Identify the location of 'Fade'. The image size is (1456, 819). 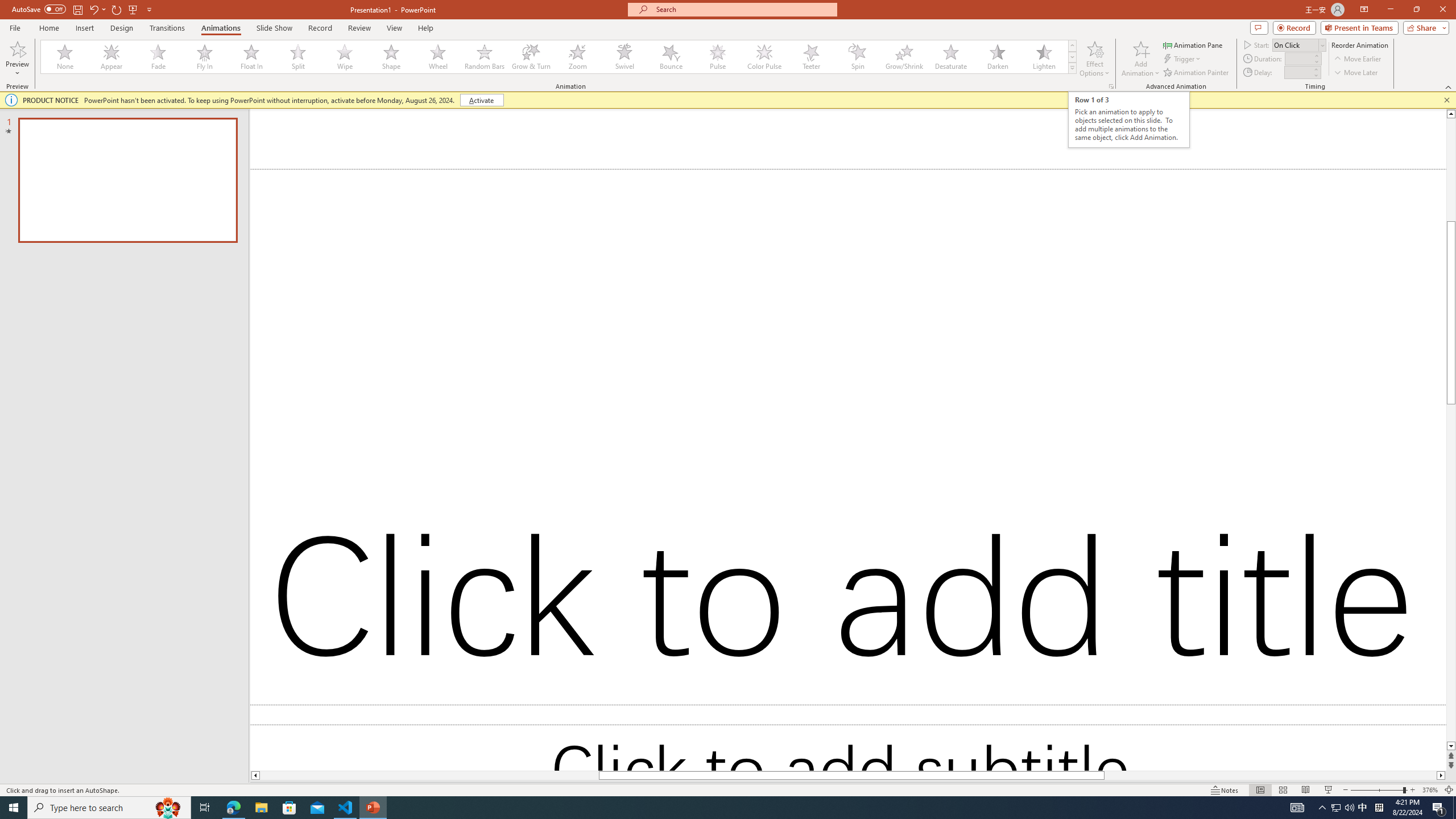
(158, 56).